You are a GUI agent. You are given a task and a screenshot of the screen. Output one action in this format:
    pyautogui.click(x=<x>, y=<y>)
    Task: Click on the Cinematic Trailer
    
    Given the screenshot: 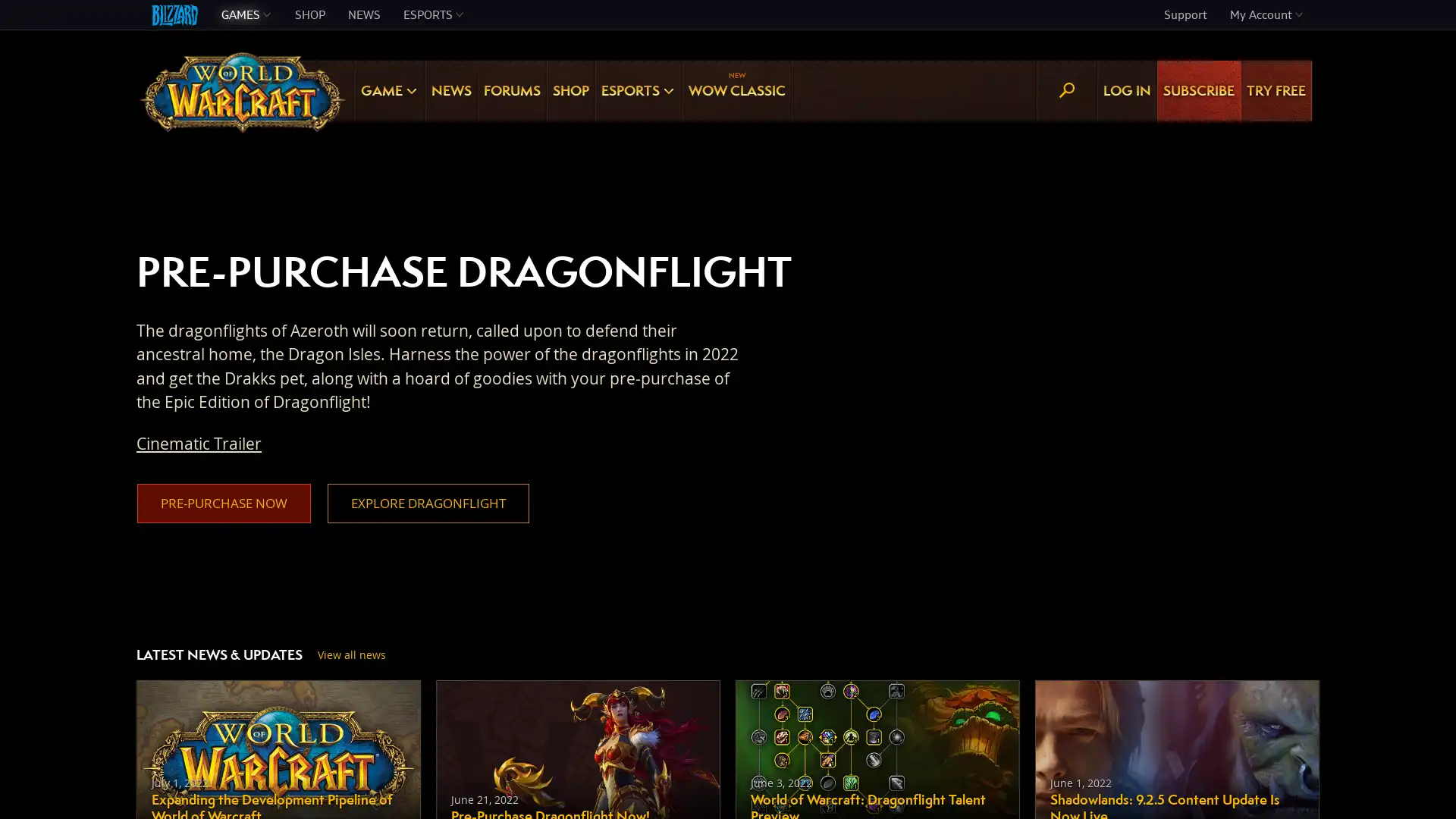 What is the action you would take?
    pyautogui.click(x=198, y=443)
    